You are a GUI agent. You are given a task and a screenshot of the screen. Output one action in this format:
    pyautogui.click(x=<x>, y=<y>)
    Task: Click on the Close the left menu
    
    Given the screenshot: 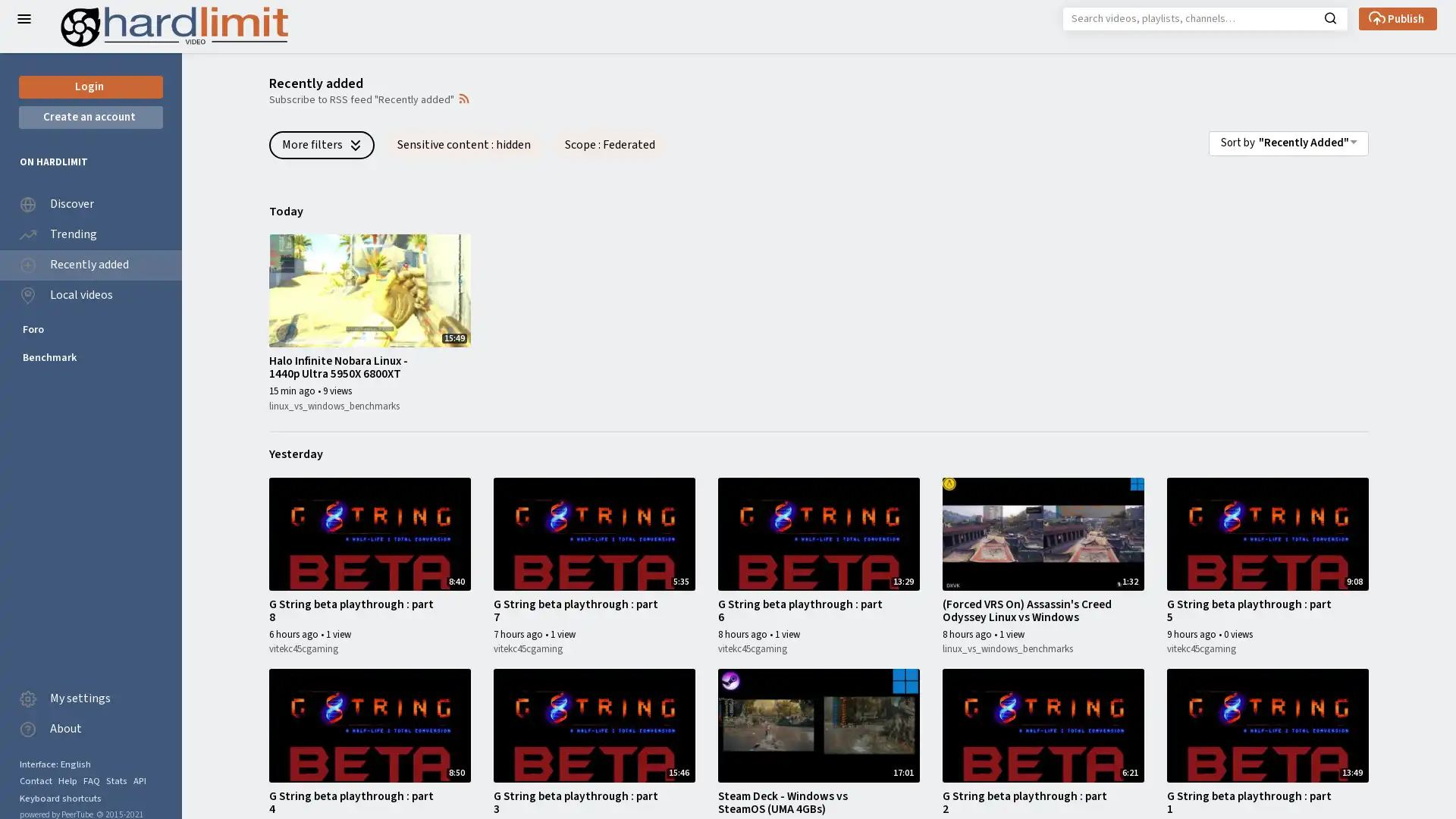 What is the action you would take?
    pyautogui.click(x=24, y=18)
    